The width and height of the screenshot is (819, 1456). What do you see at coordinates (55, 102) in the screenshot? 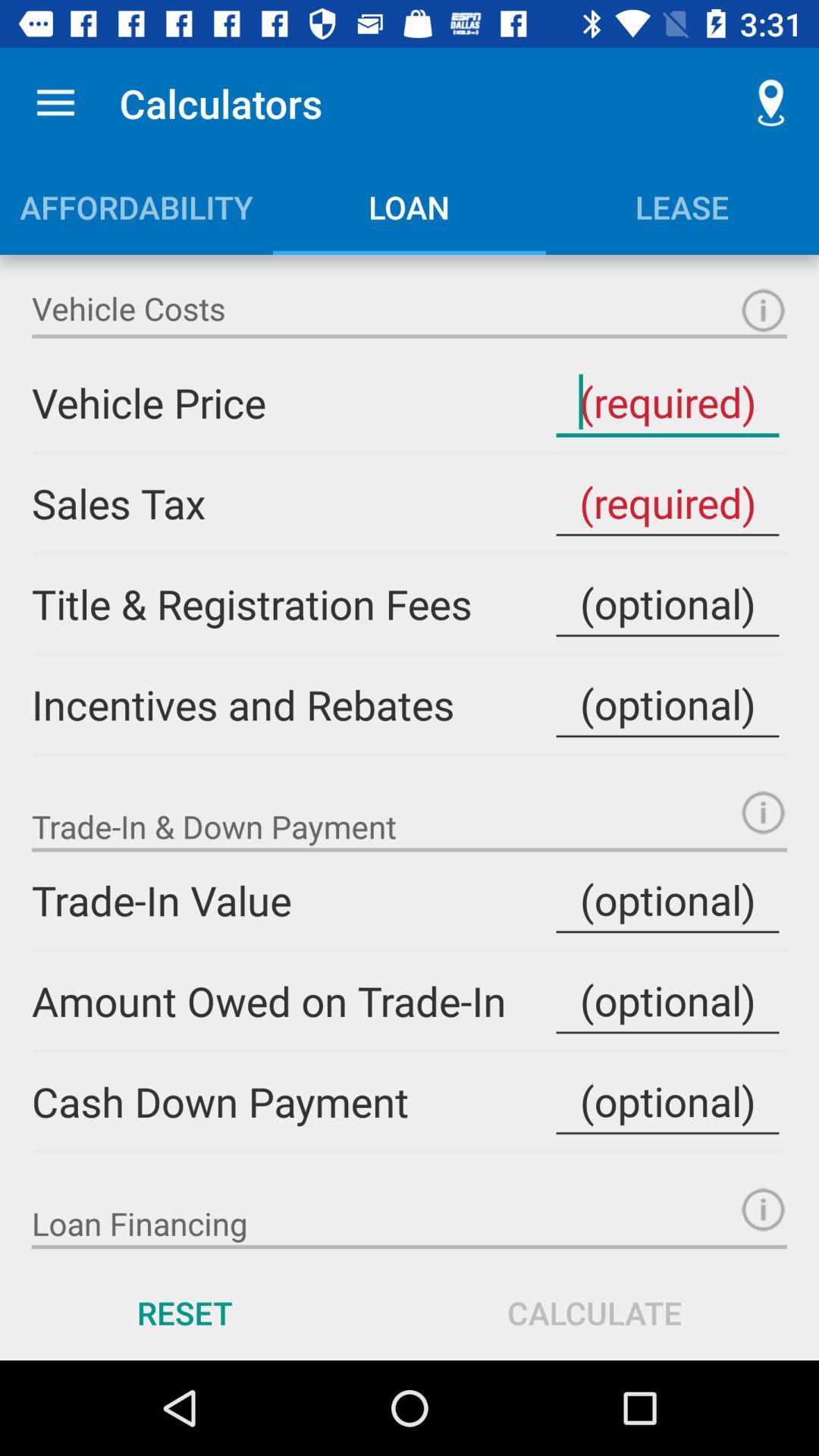
I see `the app next to calculators` at bounding box center [55, 102].